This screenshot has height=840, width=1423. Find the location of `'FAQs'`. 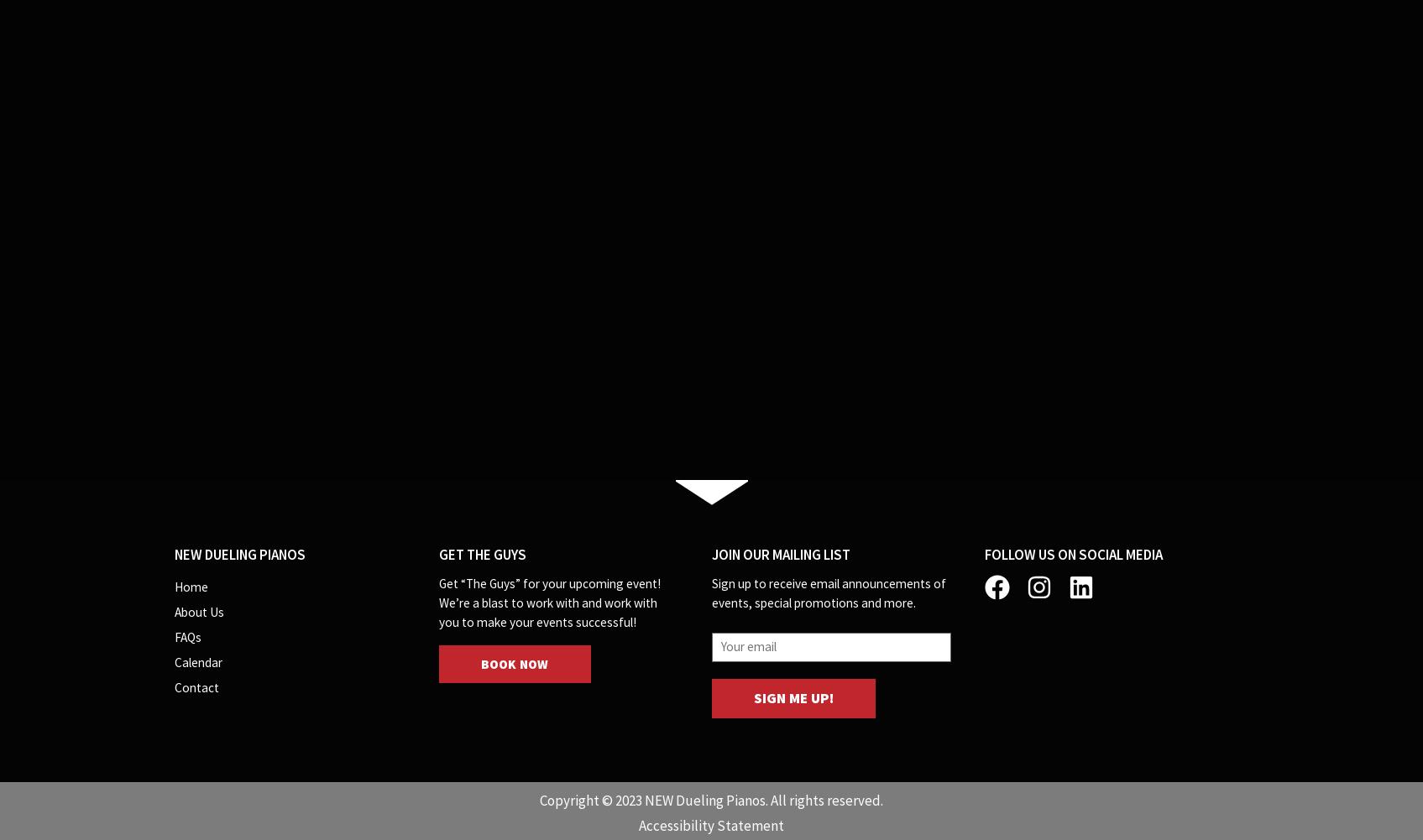

'FAQs' is located at coordinates (172, 637).